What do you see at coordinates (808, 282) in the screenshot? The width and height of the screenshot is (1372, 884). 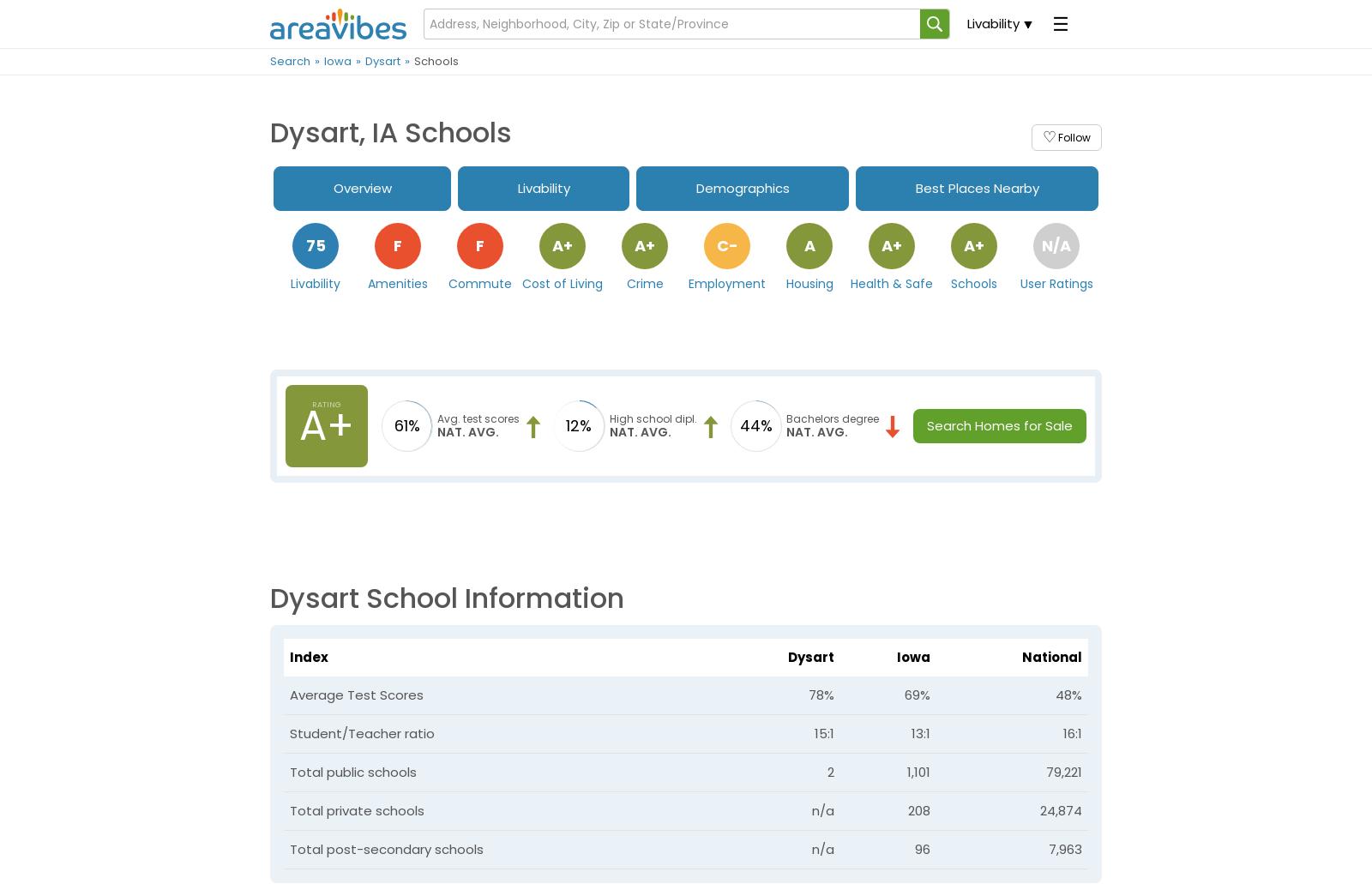 I see `'Housing'` at bounding box center [808, 282].